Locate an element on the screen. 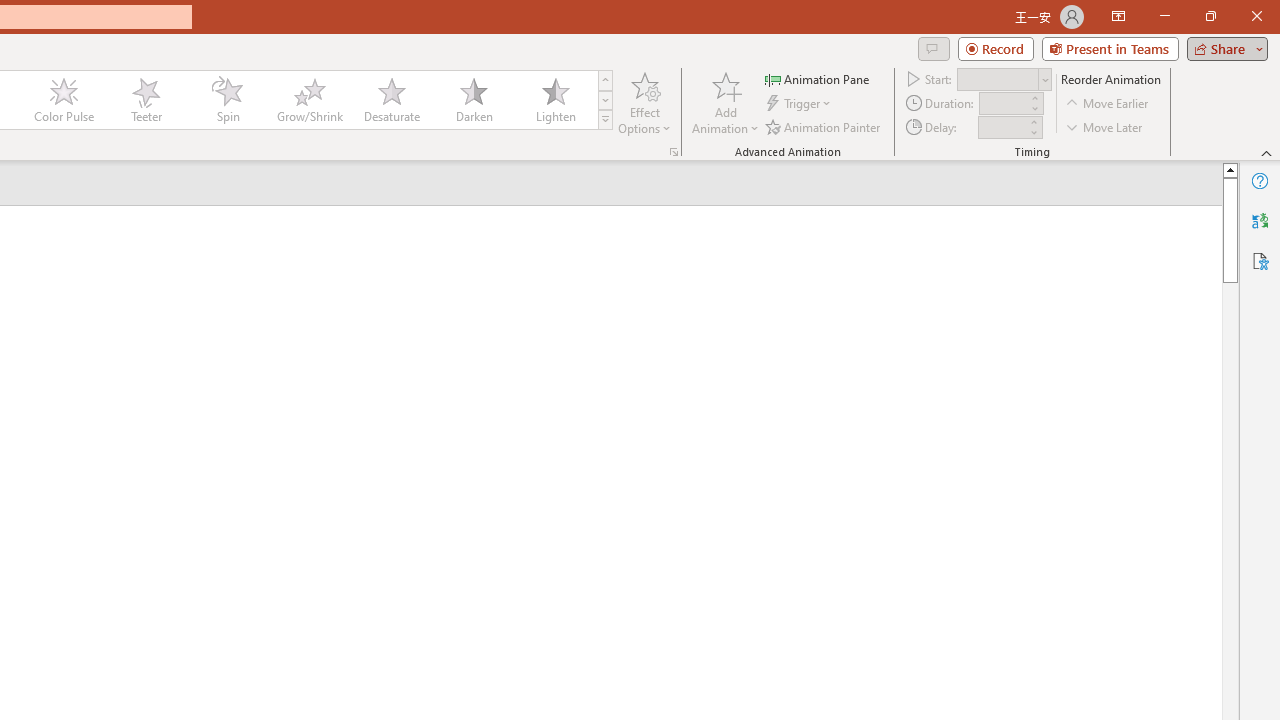 The height and width of the screenshot is (720, 1280). 'Spin' is located at coordinates (227, 100).